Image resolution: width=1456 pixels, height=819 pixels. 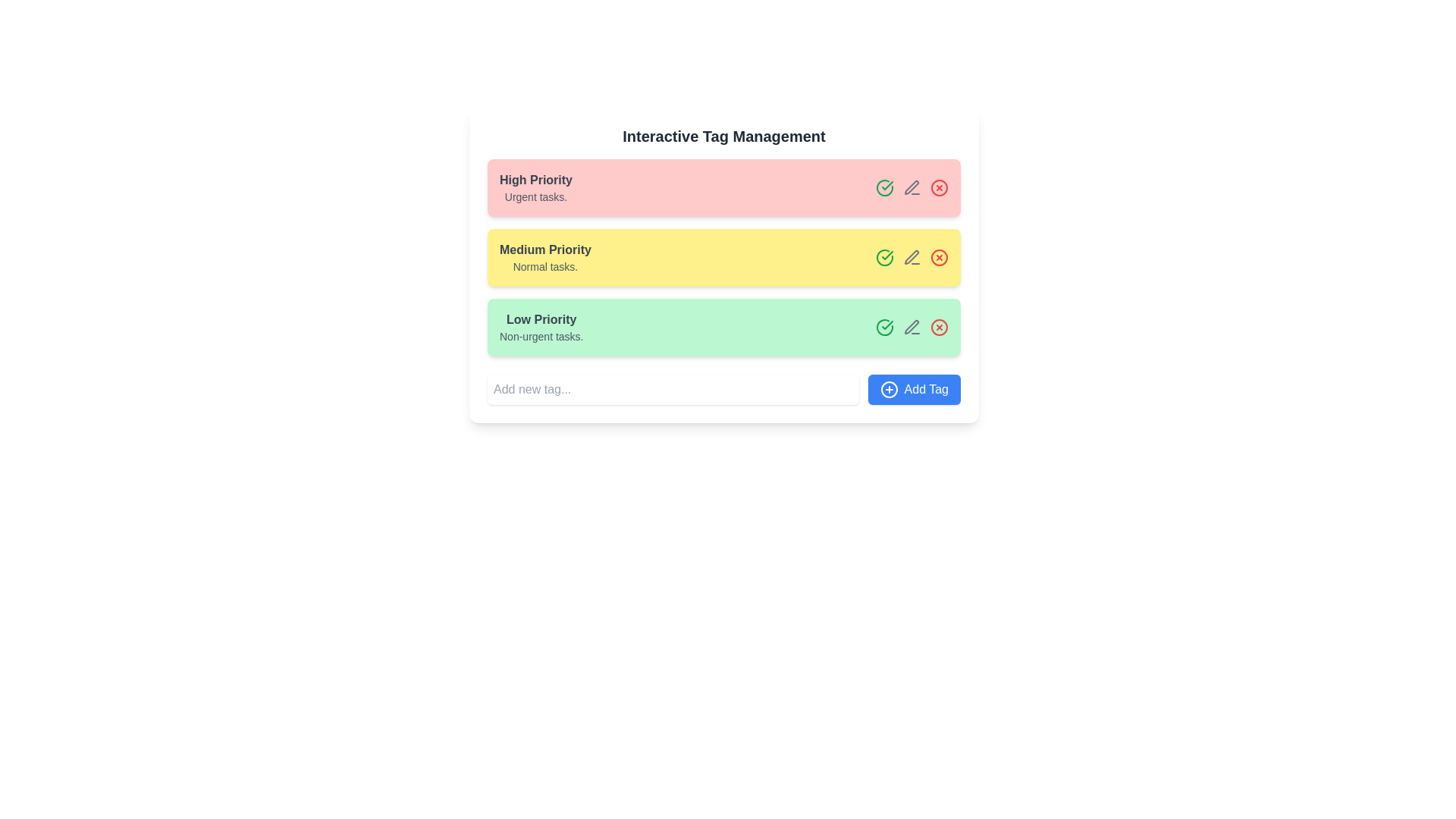 I want to click on the delete icon located as the third icon in a row of interactive icons on the right side of the 'High Priority' bar, so click(x=938, y=187).